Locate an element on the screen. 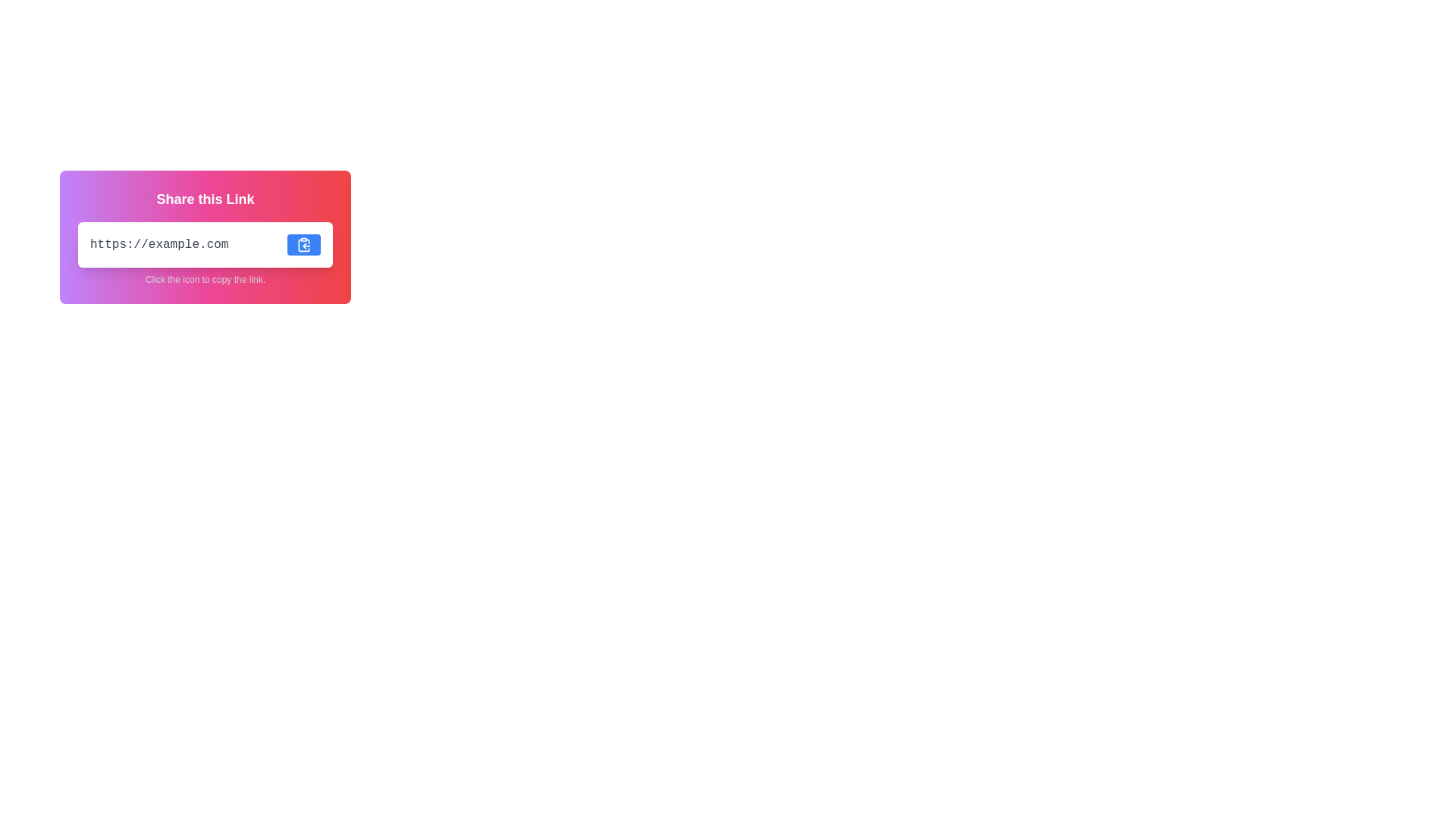  the copy button located to the right of the URL text field to copy the displayed URL to the clipboard is located at coordinates (303, 244).